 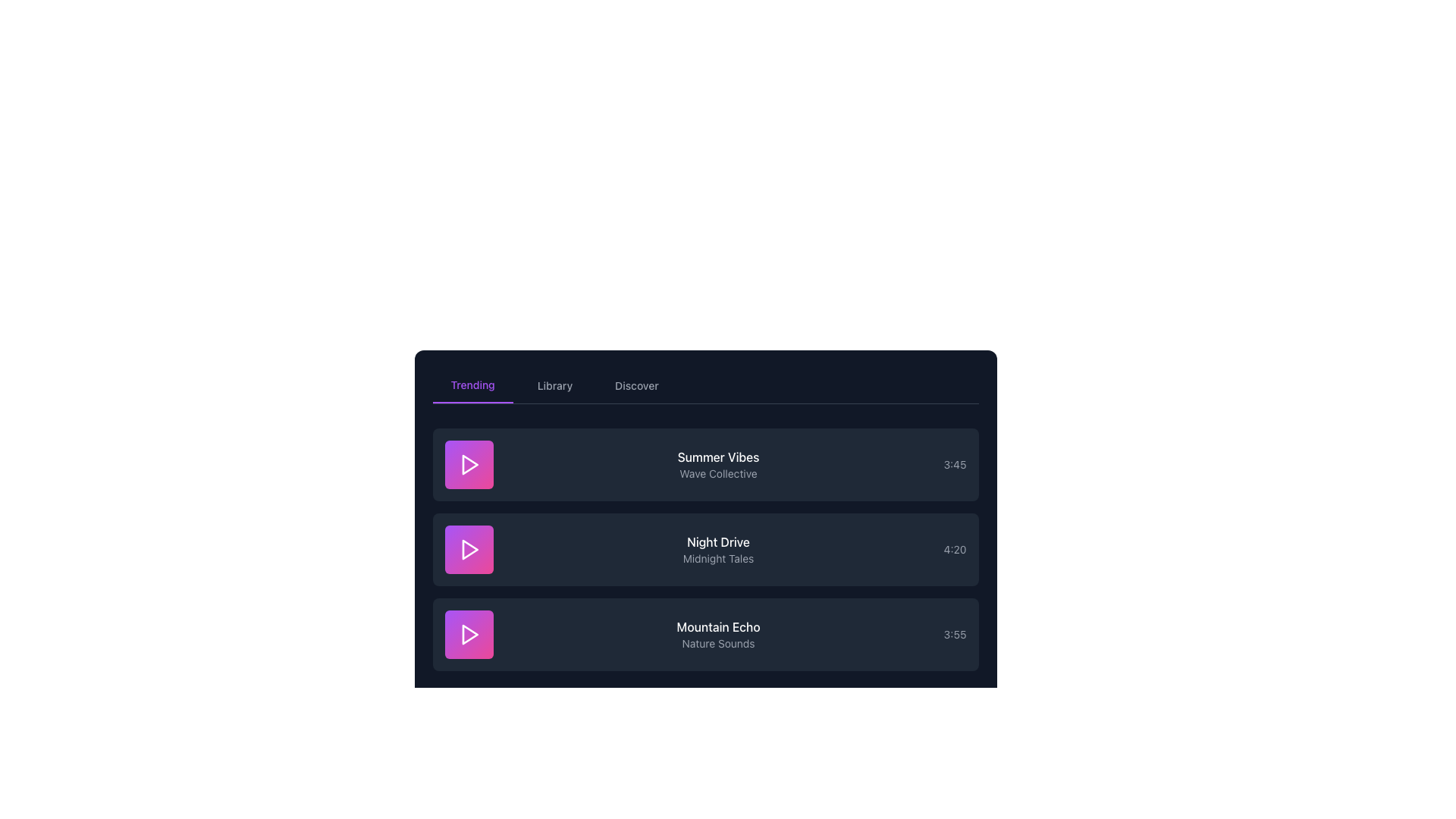 What do you see at coordinates (637, 385) in the screenshot?
I see `the 'Discover' navigation tab, which is the third tab in a horizontal navigation bar` at bounding box center [637, 385].